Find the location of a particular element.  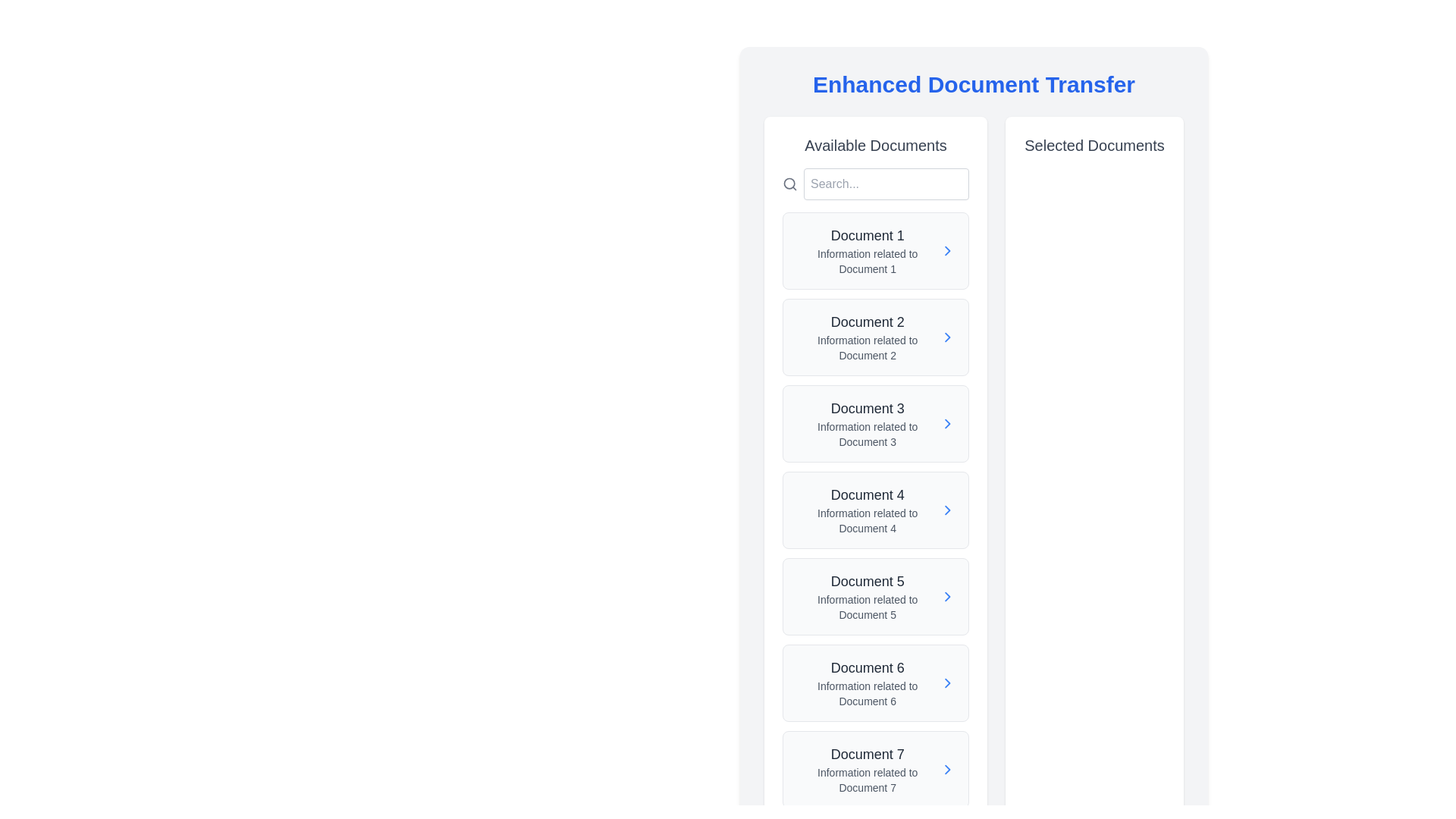

the text label that serves as the title or identifier for the corresponding document in the 'Available Documents' section, specifically the second item in the list is located at coordinates (868, 321).